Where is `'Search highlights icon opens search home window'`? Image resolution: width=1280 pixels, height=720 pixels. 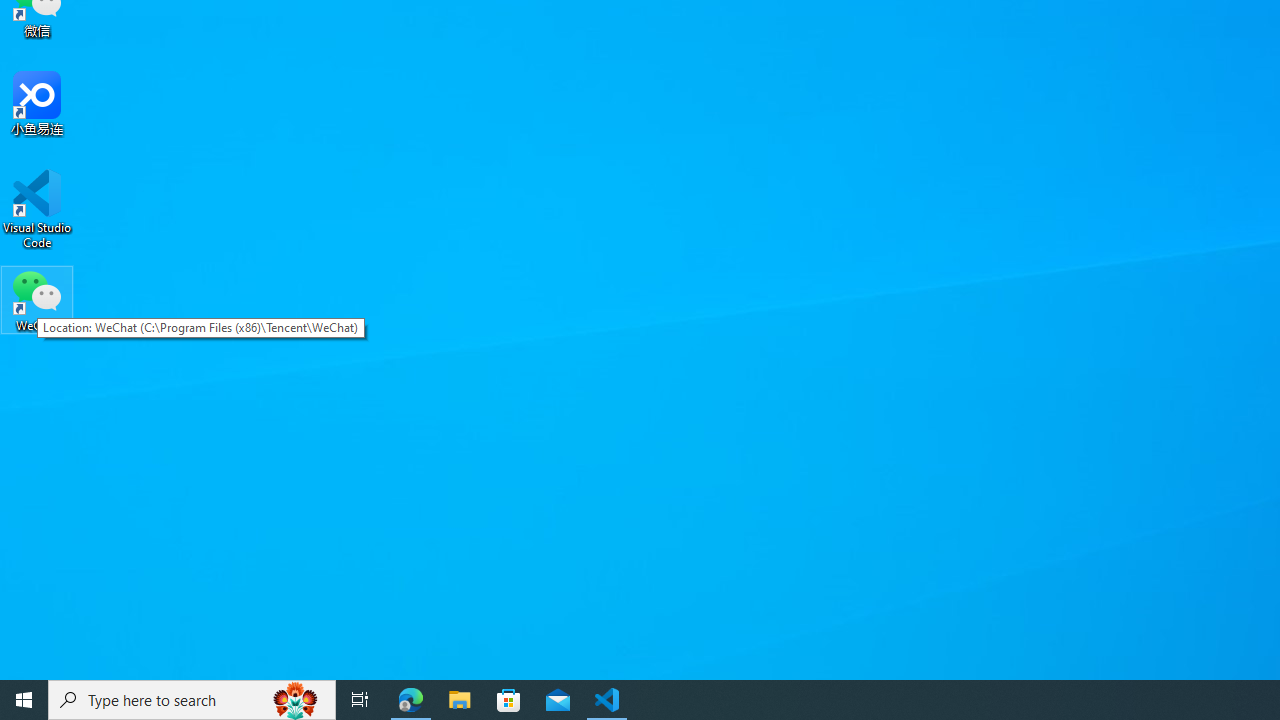 'Search highlights icon opens search home window' is located at coordinates (294, 698).